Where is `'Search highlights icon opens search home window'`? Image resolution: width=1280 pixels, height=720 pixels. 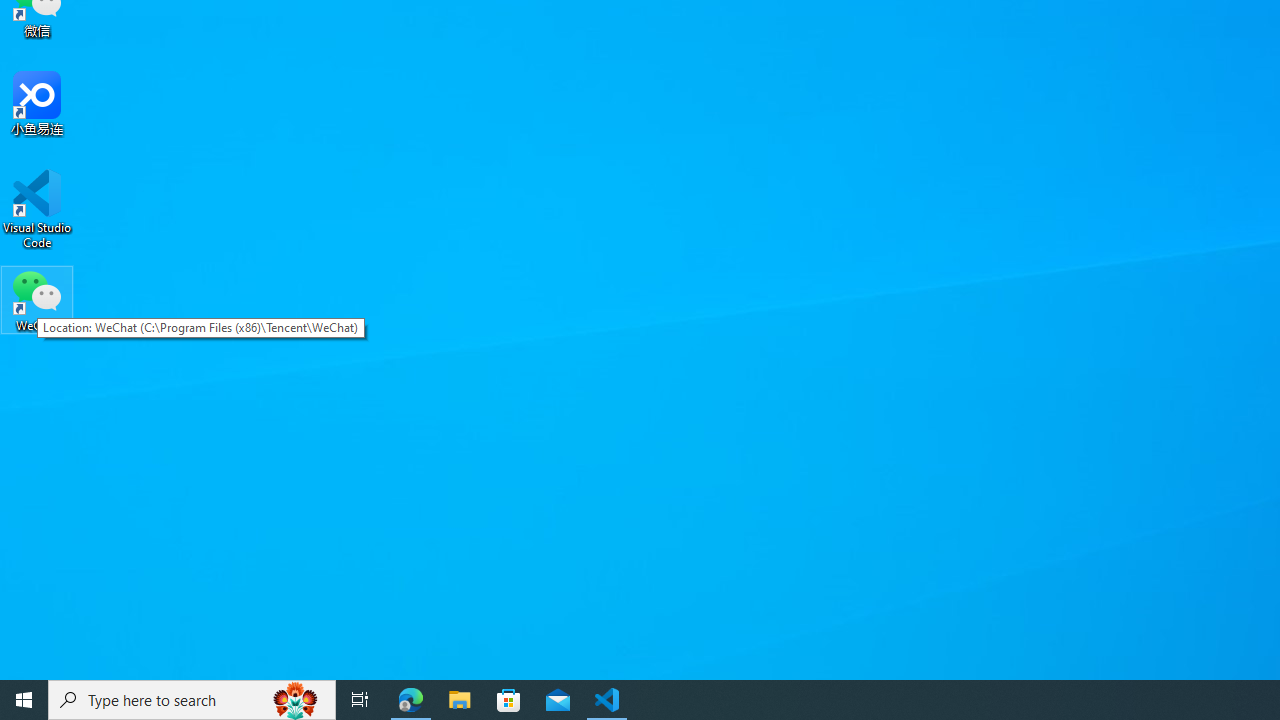 'Search highlights icon opens search home window' is located at coordinates (294, 698).